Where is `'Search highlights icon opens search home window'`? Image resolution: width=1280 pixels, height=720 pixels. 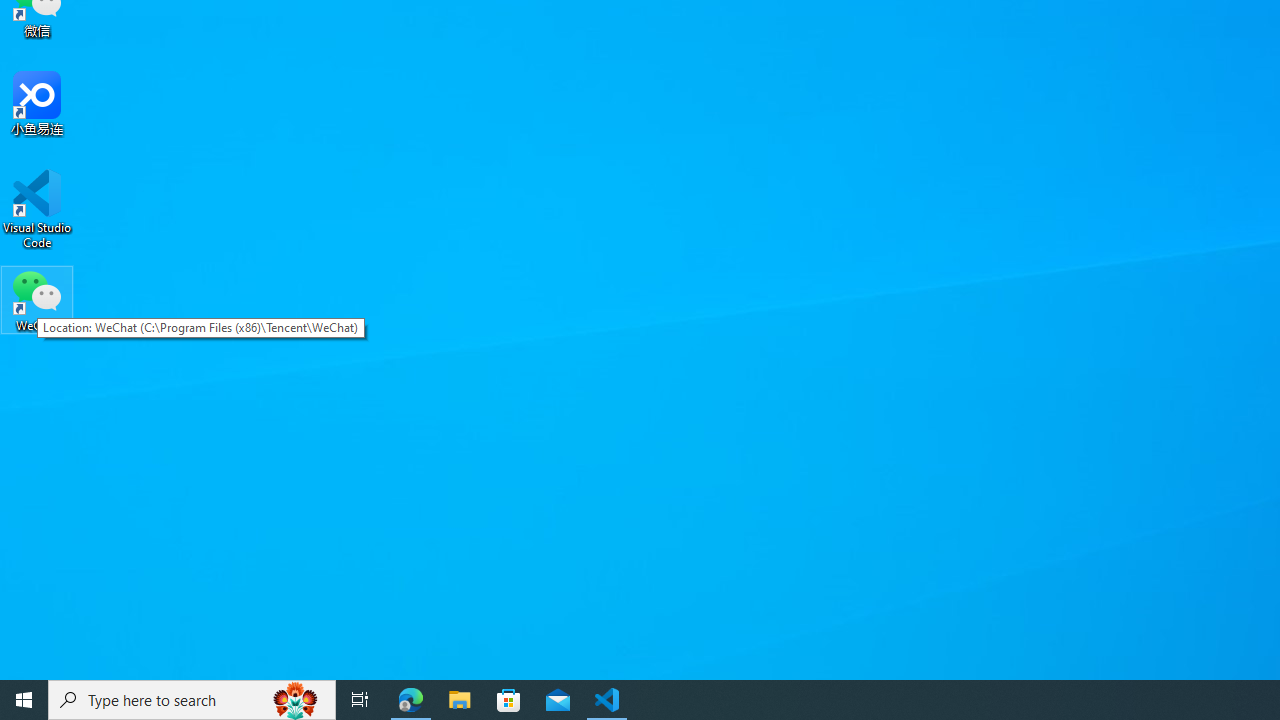 'Search highlights icon opens search home window' is located at coordinates (294, 698).